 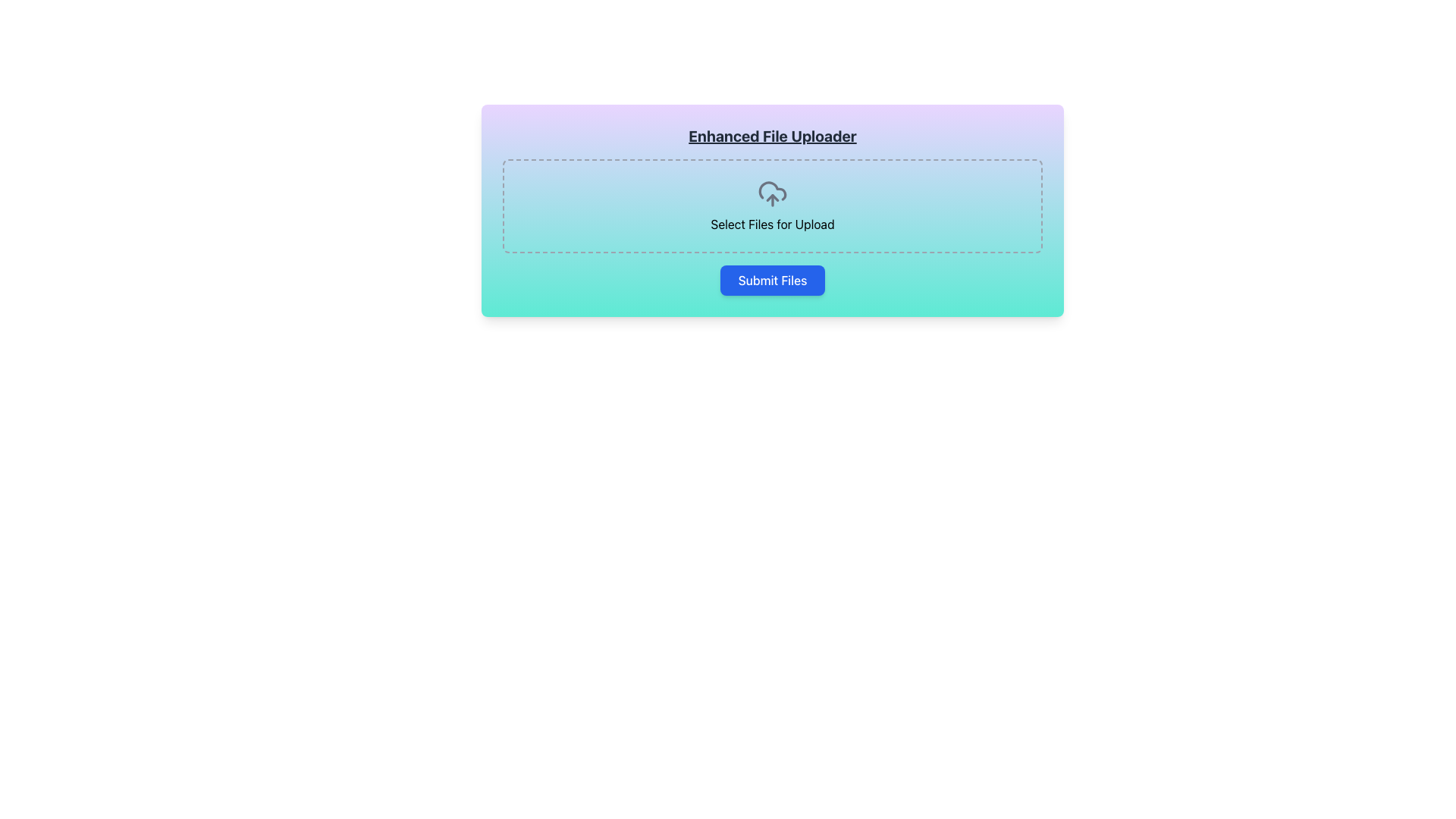 What do you see at coordinates (772, 205) in the screenshot?
I see `the clickable area labeled 'Select Files for Upload' which features a cloud icon` at bounding box center [772, 205].